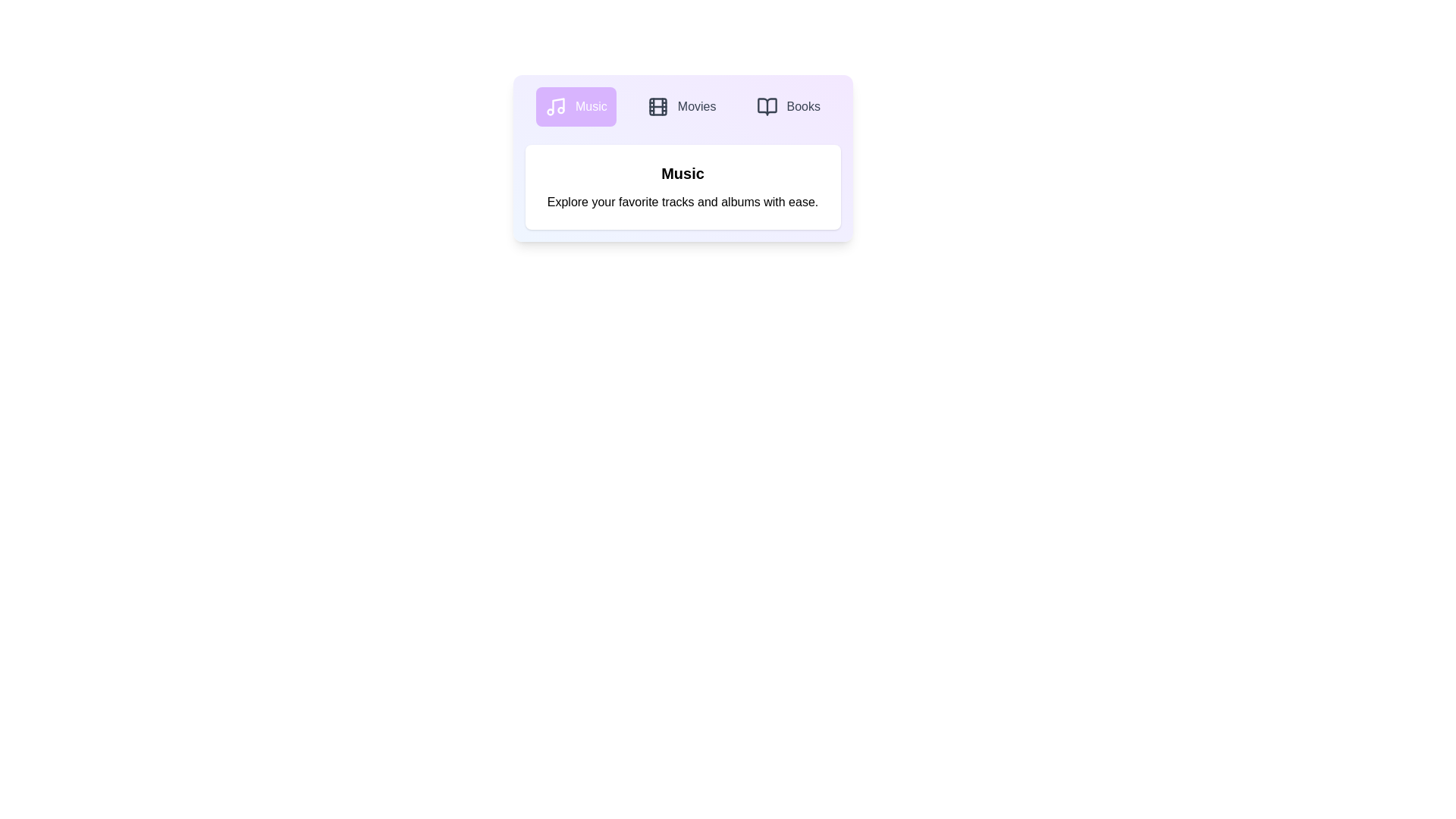  What do you see at coordinates (681, 106) in the screenshot?
I see `the Movies tab to view its content` at bounding box center [681, 106].